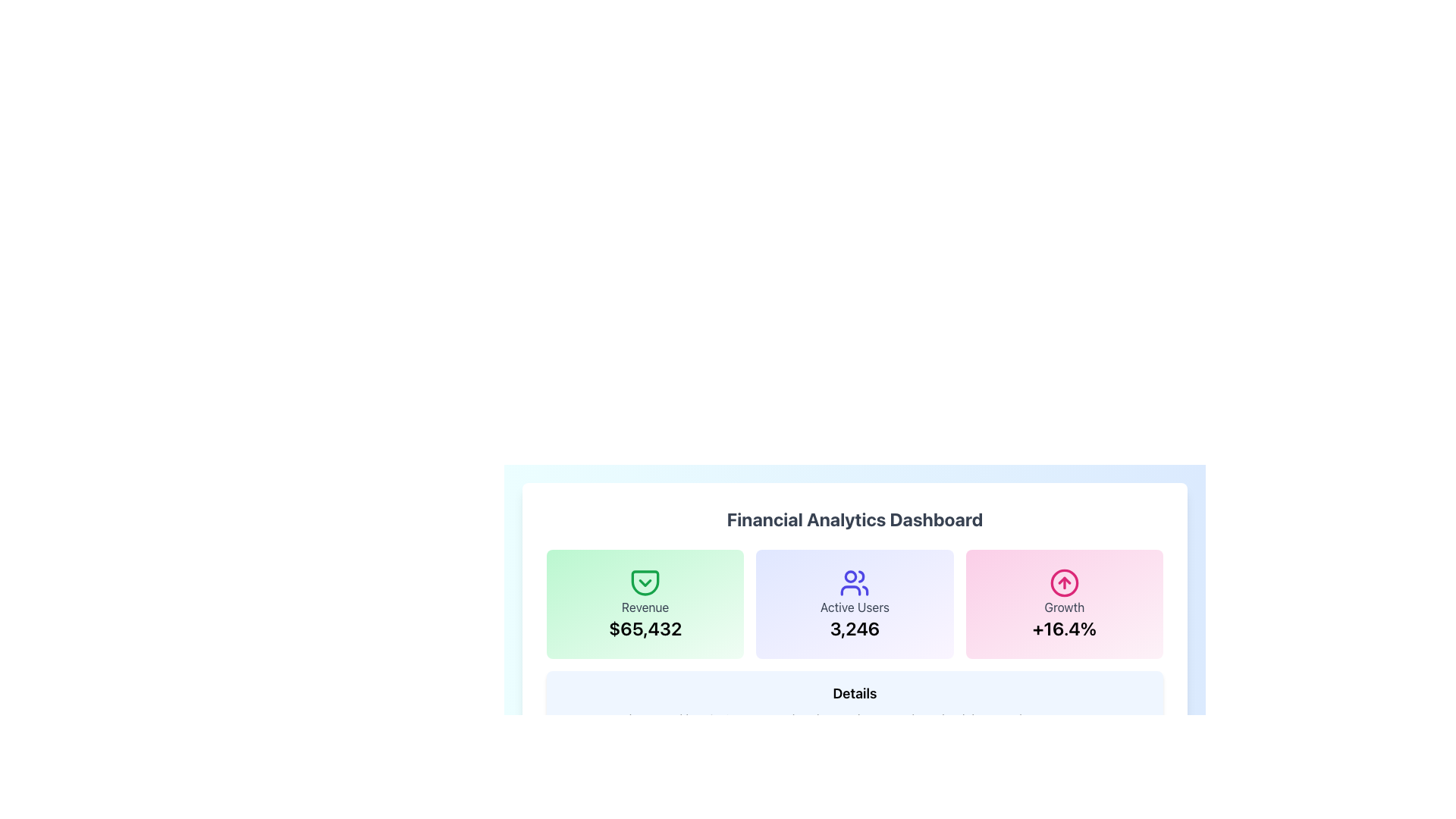  I want to click on the Informative Box labeled 'Active Users' which displays the numeric value '3,246', so click(855, 645).